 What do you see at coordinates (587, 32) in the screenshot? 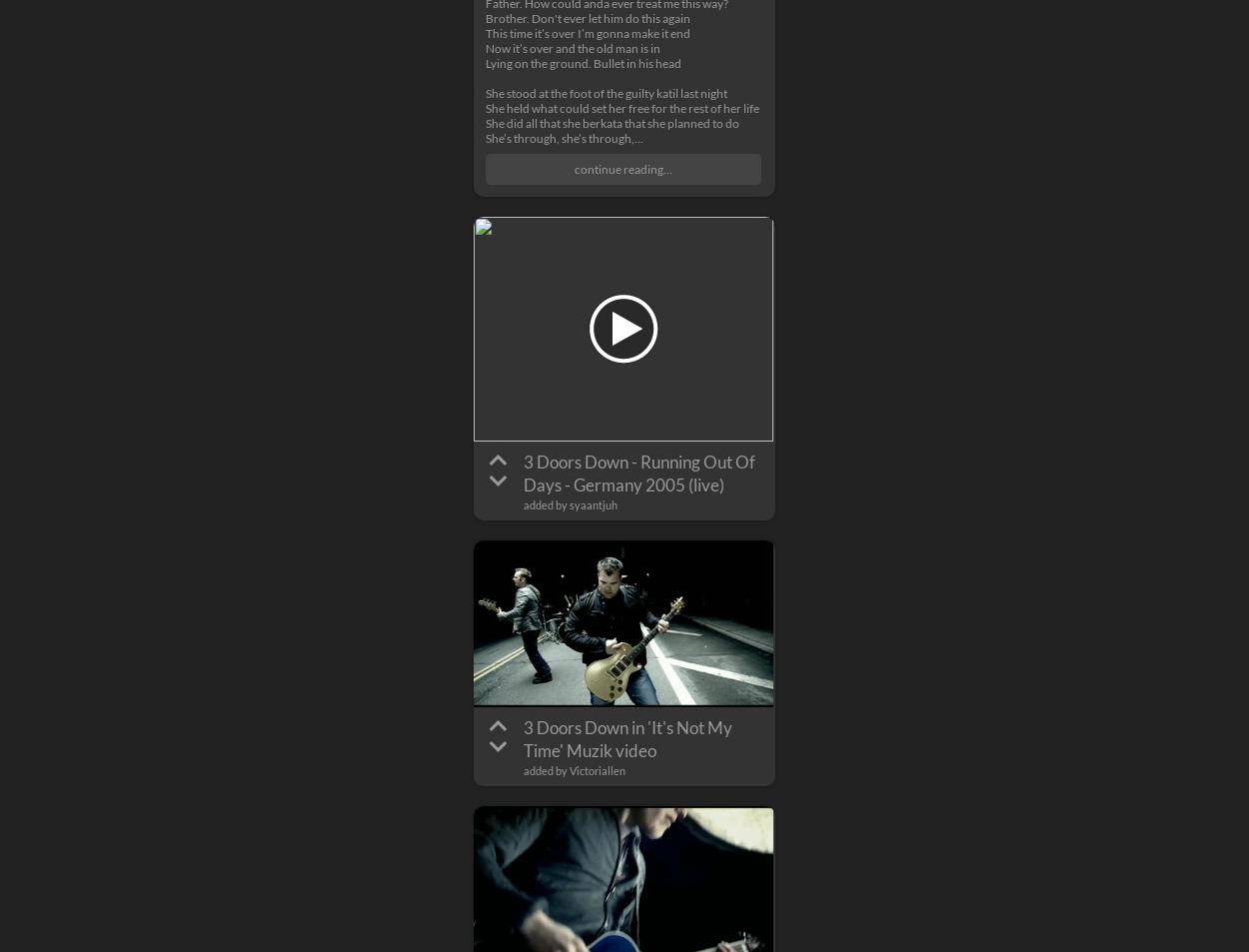
I see `'This time it’s over I’m gonna make it end'` at bounding box center [587, 32].